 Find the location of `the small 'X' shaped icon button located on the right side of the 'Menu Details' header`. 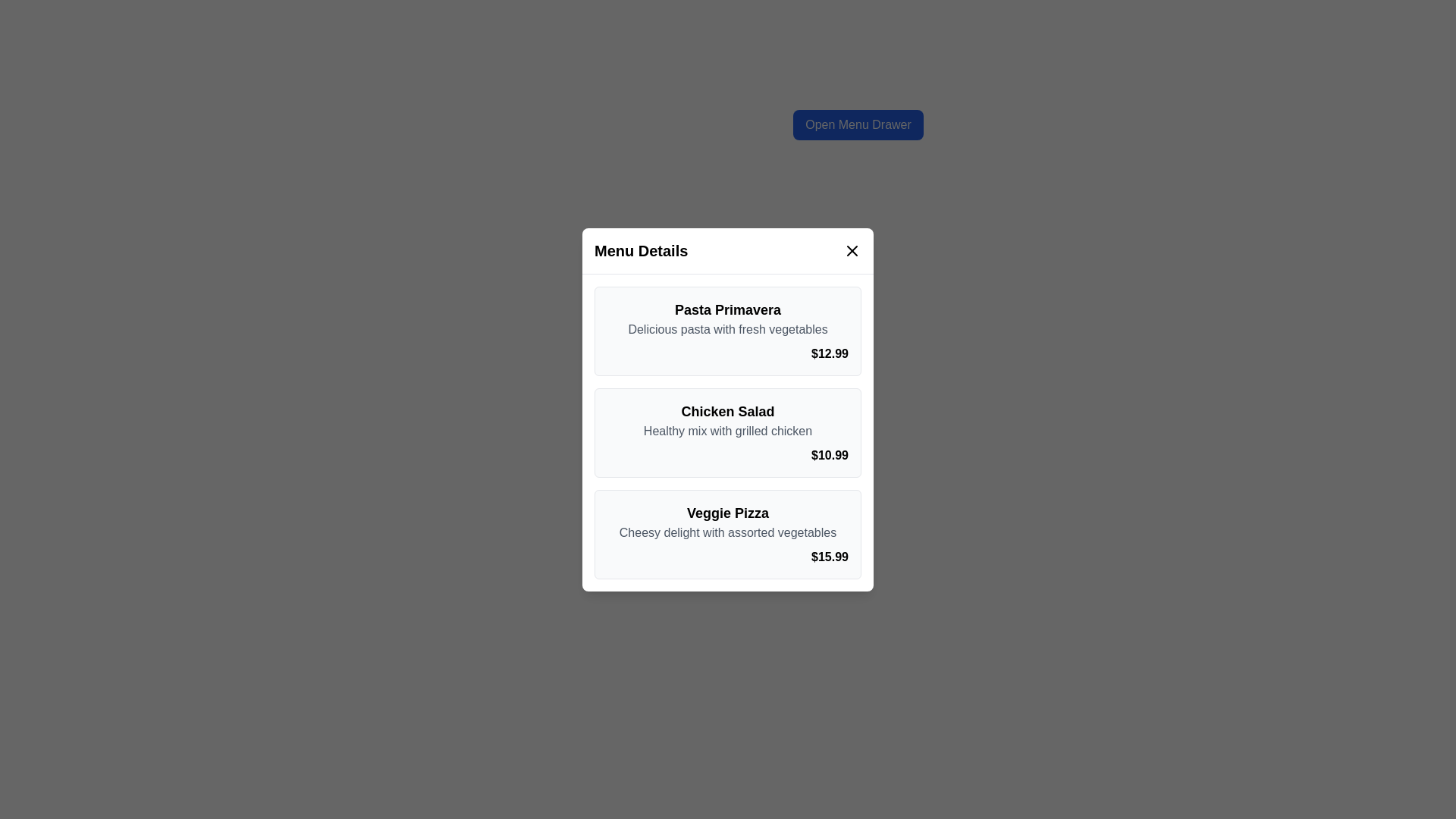

the small 'X' shaped icon button located on the right side of the 'Menu Details' header is located at coordinates (852, 249).